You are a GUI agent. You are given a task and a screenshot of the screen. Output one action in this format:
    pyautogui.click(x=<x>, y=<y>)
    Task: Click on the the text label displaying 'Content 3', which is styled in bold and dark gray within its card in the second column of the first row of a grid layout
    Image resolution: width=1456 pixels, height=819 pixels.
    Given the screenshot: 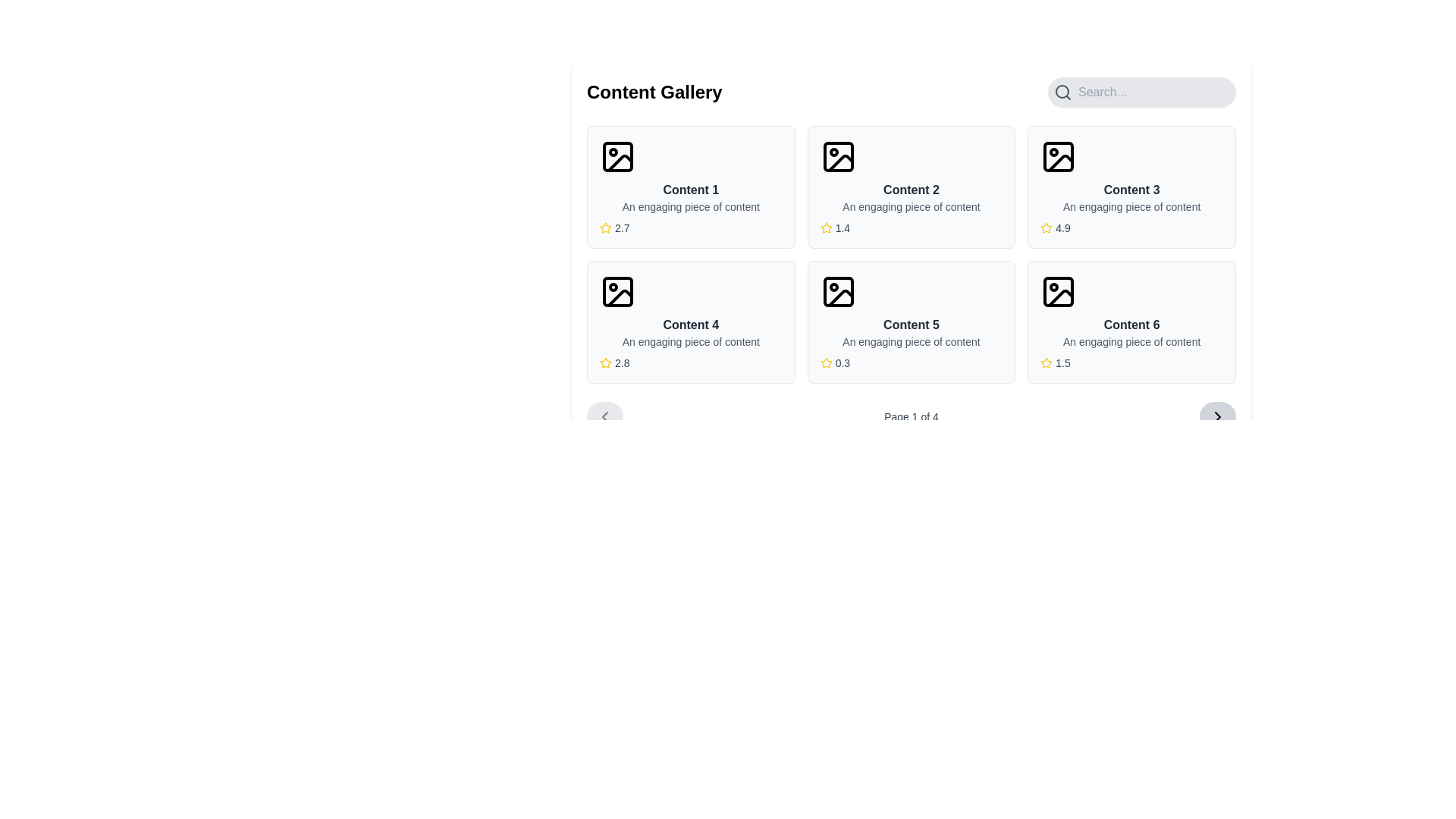 What is the action you would take?
    pyautogui.click(x=1131, y=189)
    